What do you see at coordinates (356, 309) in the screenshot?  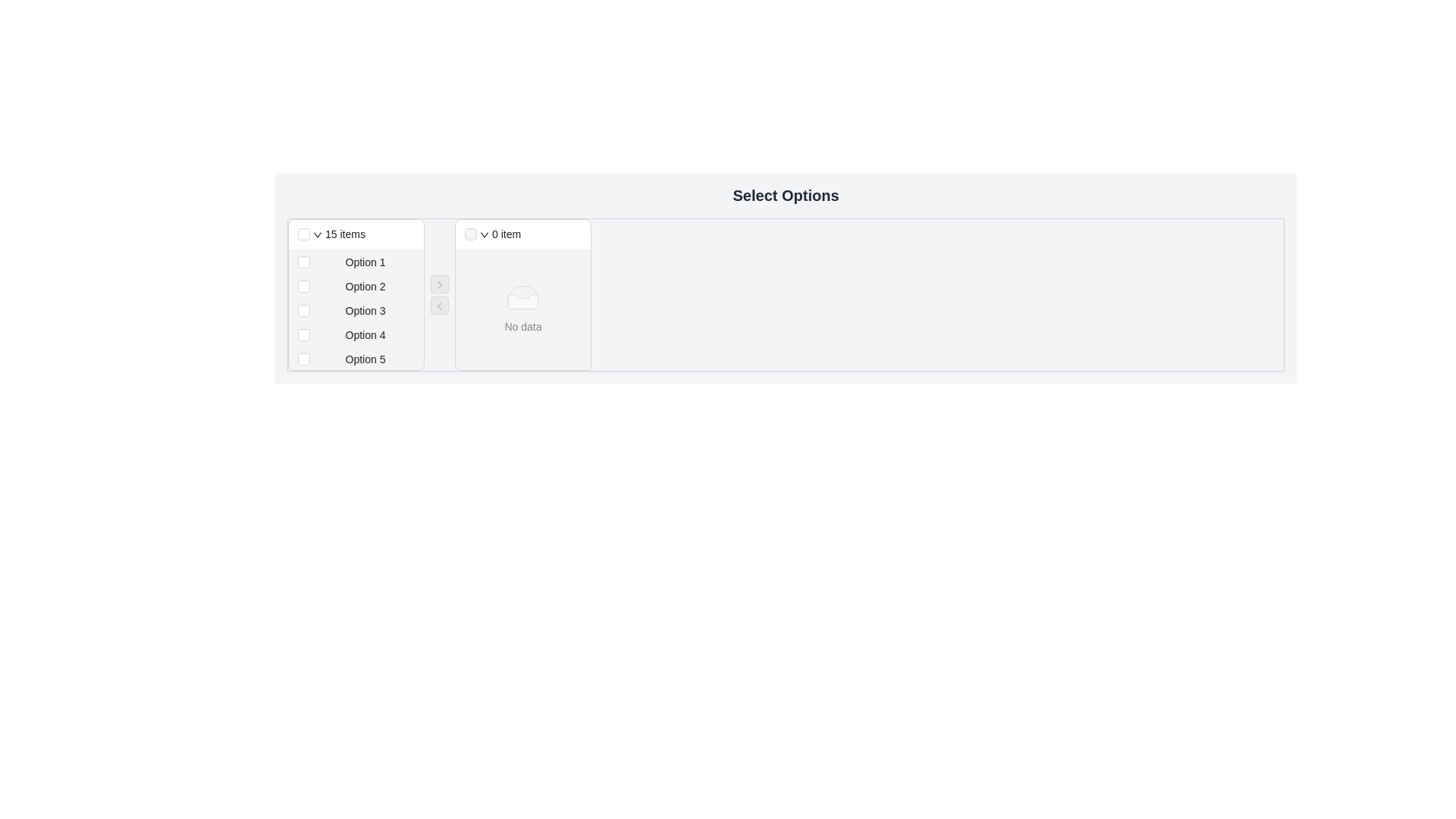 I see `the checkbox of the selectable list item labeled 'Option 3'` at bounding box center [356, 309].